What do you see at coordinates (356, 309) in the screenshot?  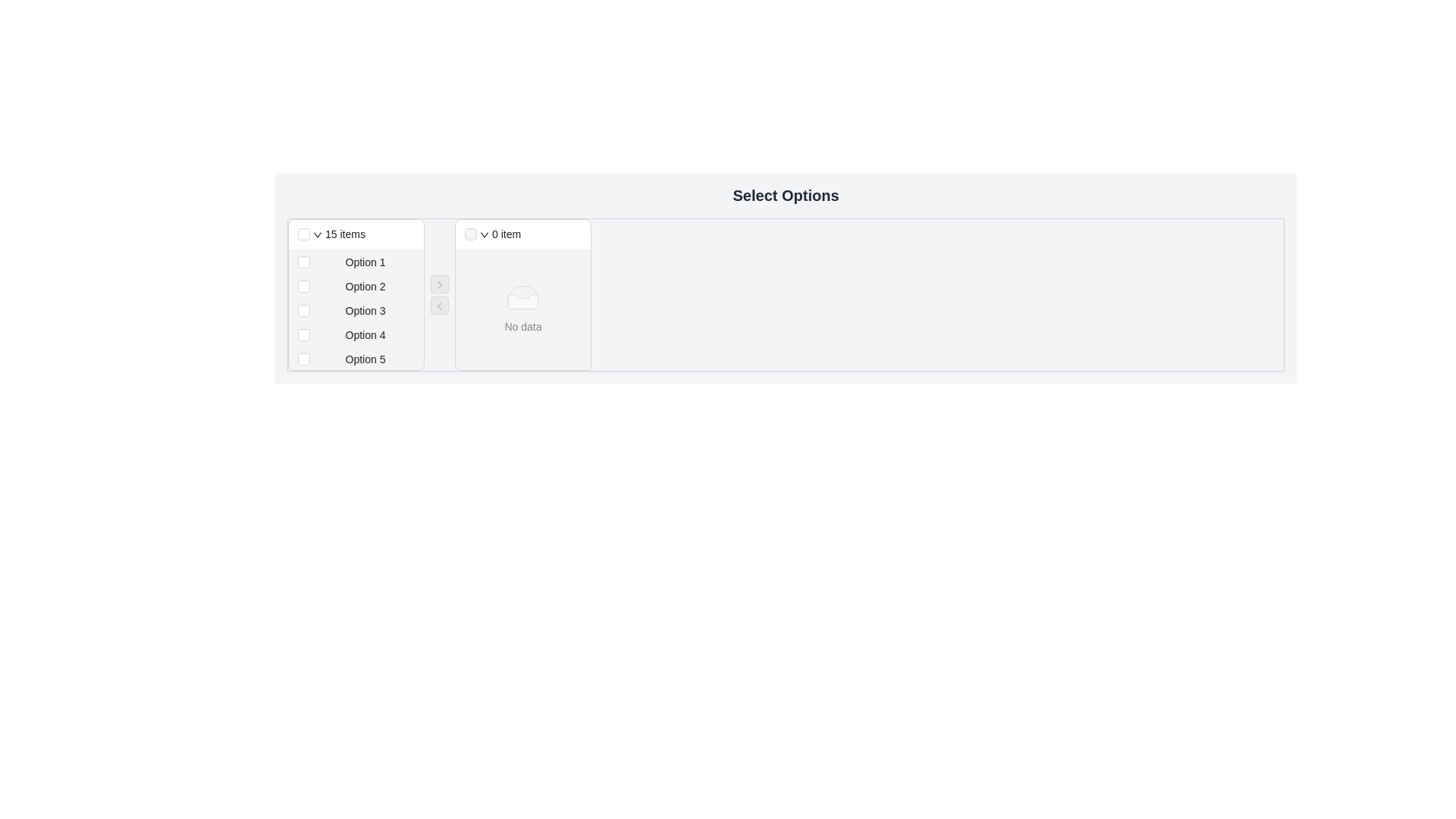 I see `the checkbox of the selectable list item labeled 'Option 3'` at bounding box center [356, 309].